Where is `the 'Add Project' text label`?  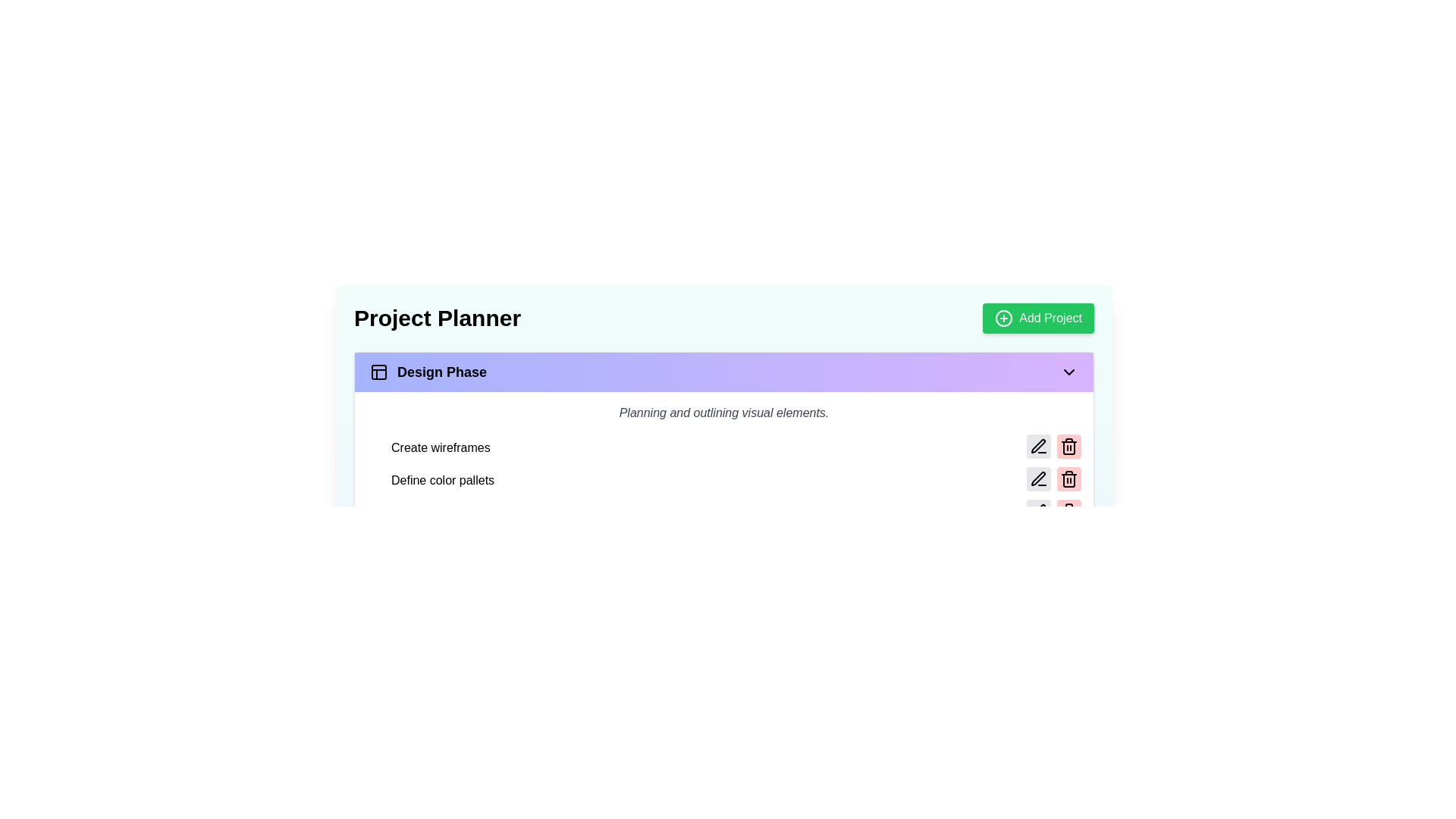
the 'Add Project' text label is located at coordinates (1050, 318).